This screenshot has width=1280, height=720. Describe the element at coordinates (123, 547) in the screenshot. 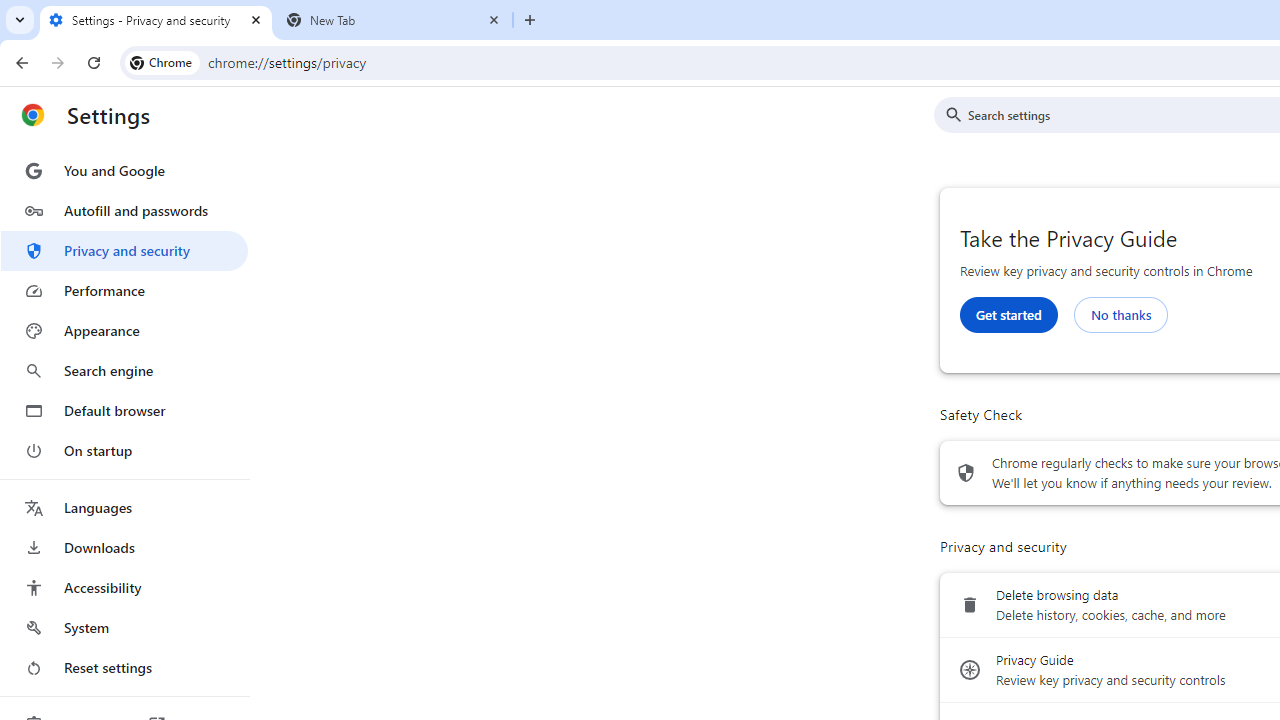

I see `'Downloads'` at that location.